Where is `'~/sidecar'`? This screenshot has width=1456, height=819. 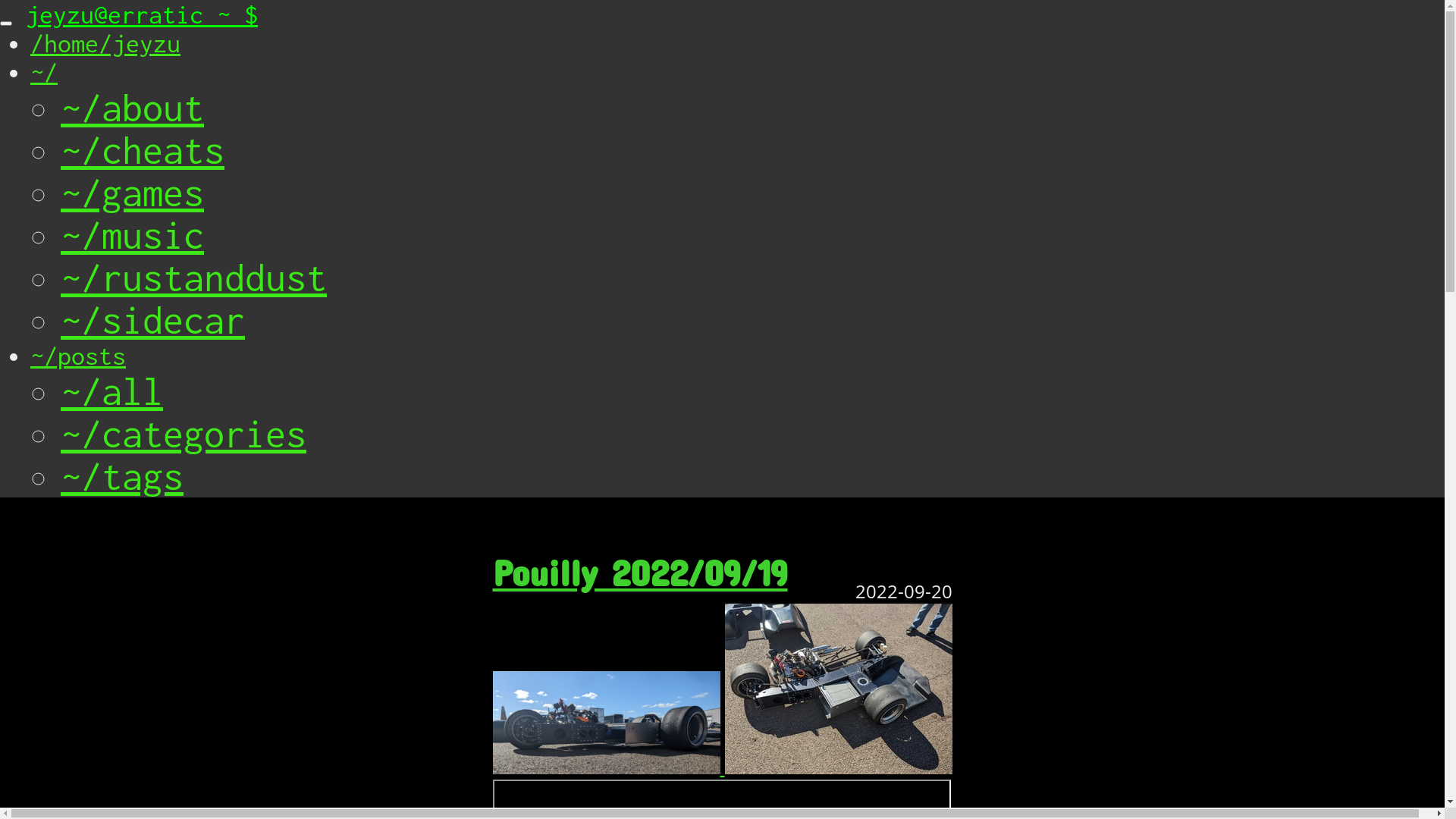
'~/sidecar' is located at coordinates (152, 318).